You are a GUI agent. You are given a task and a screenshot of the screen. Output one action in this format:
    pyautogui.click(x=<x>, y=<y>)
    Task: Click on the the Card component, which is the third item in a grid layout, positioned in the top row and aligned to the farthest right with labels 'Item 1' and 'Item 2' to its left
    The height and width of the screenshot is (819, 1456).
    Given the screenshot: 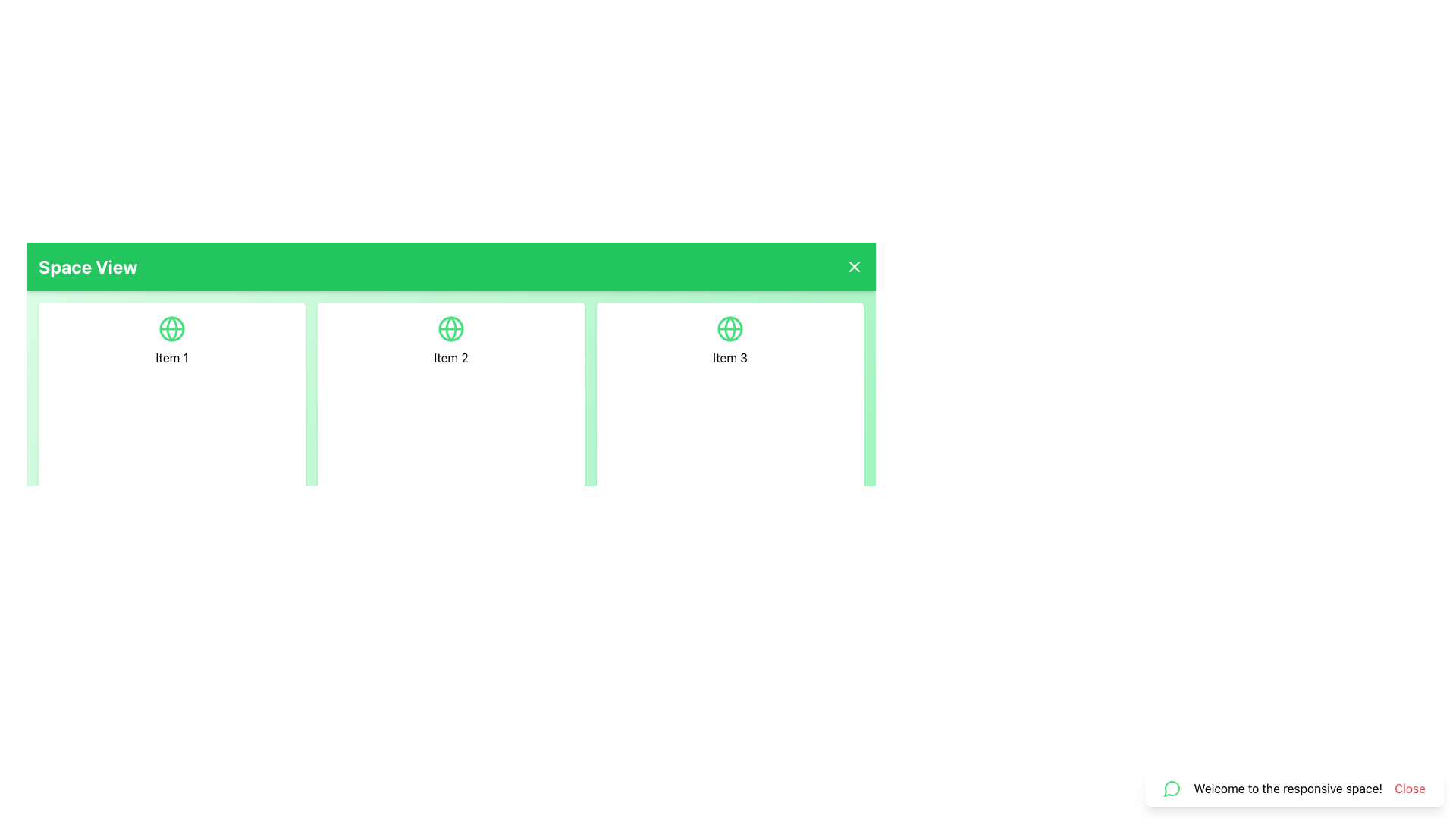 What is the action you would take?
    pyautogui.click(x=730, y=423)
    